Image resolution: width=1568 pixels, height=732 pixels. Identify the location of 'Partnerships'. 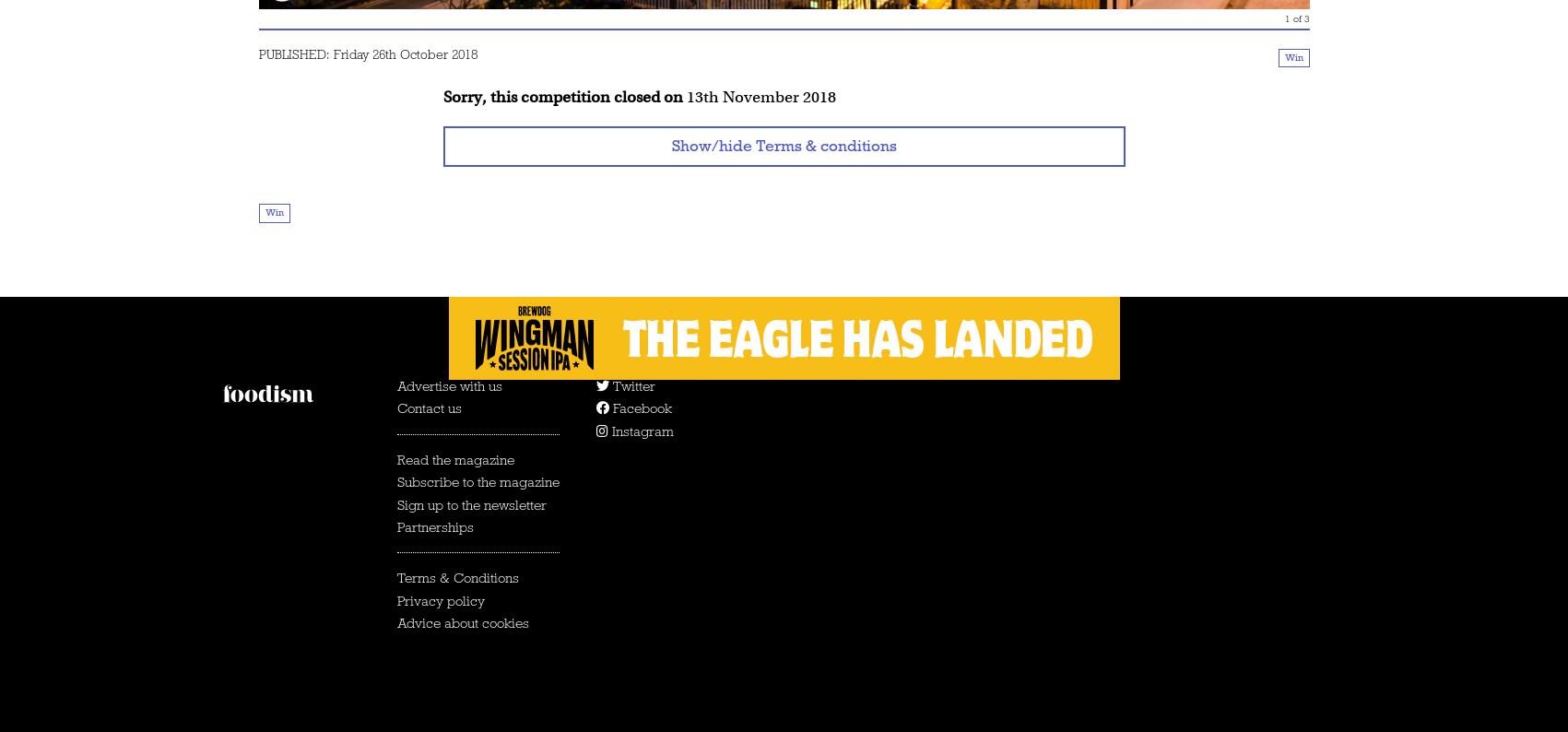
(433, 525).